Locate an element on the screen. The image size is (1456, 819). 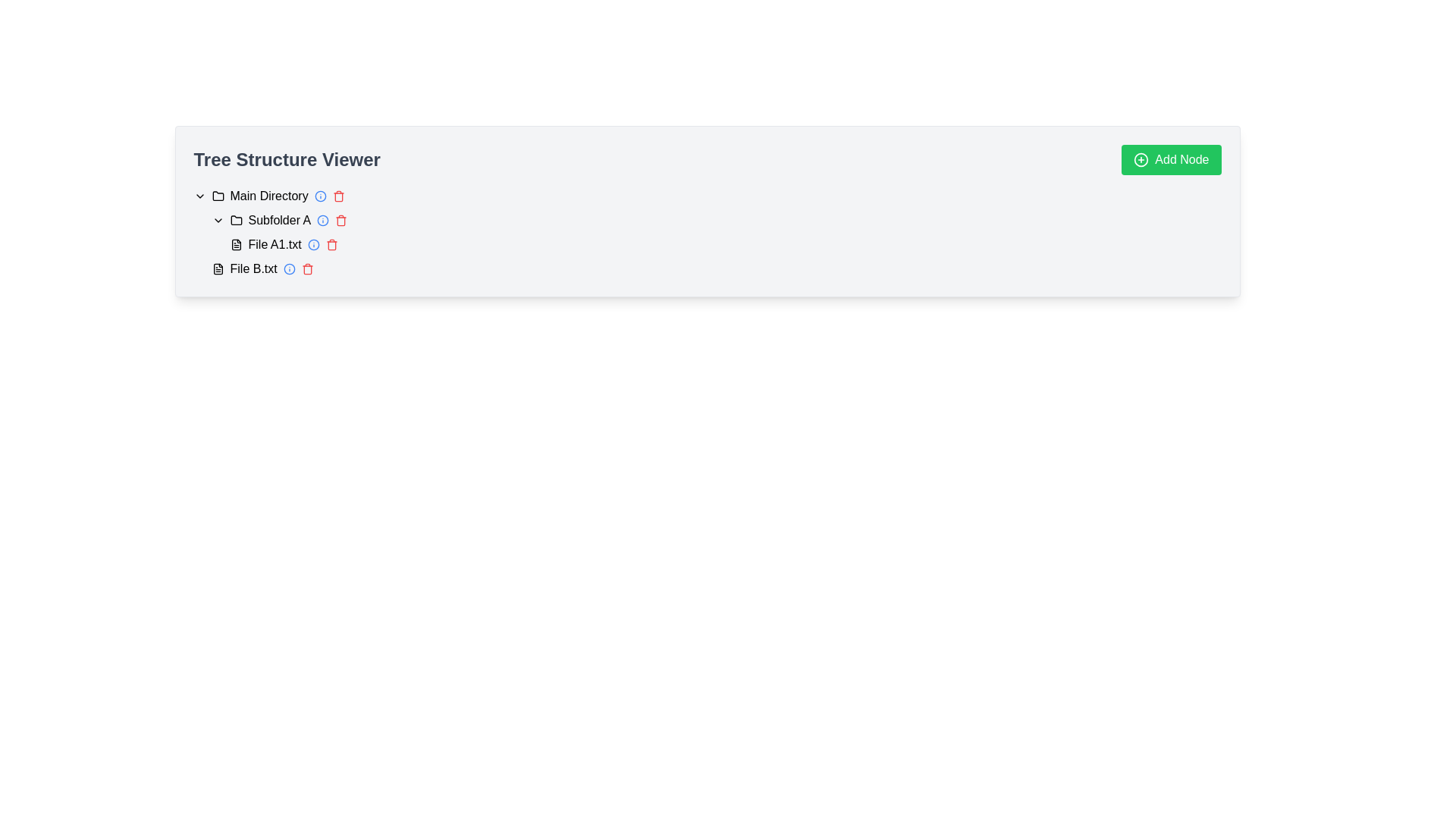
the file icon representing 'File B.txt' located to the left of the label within the tree structure viewer component is located at coordinates (217, 268).